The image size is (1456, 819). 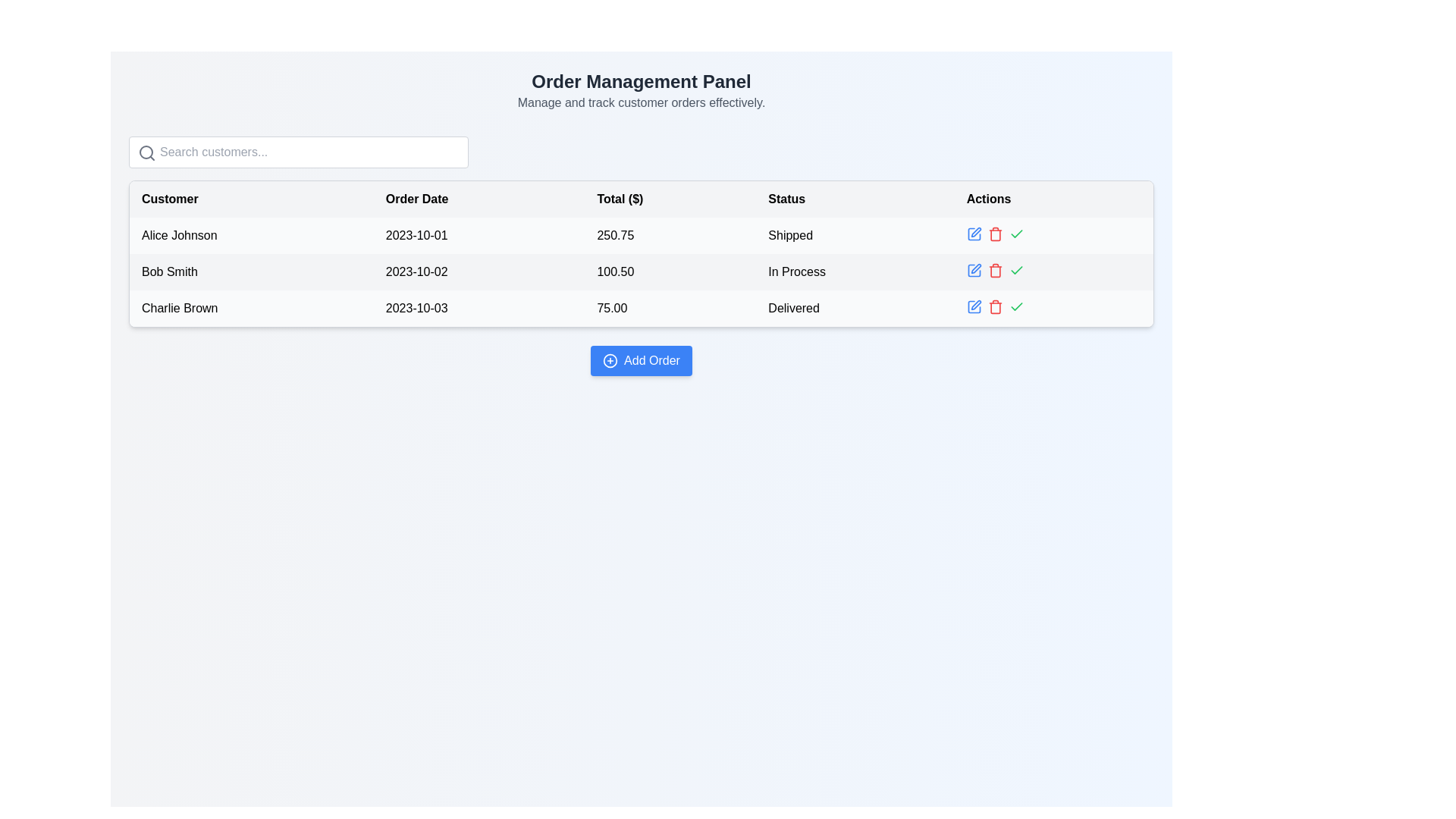 What do you see at coordinates (976, 268) in the screenshot?
I see `the edit button located in the 'Actions' column of the second row in the data table` at bounding box center [976, 268].